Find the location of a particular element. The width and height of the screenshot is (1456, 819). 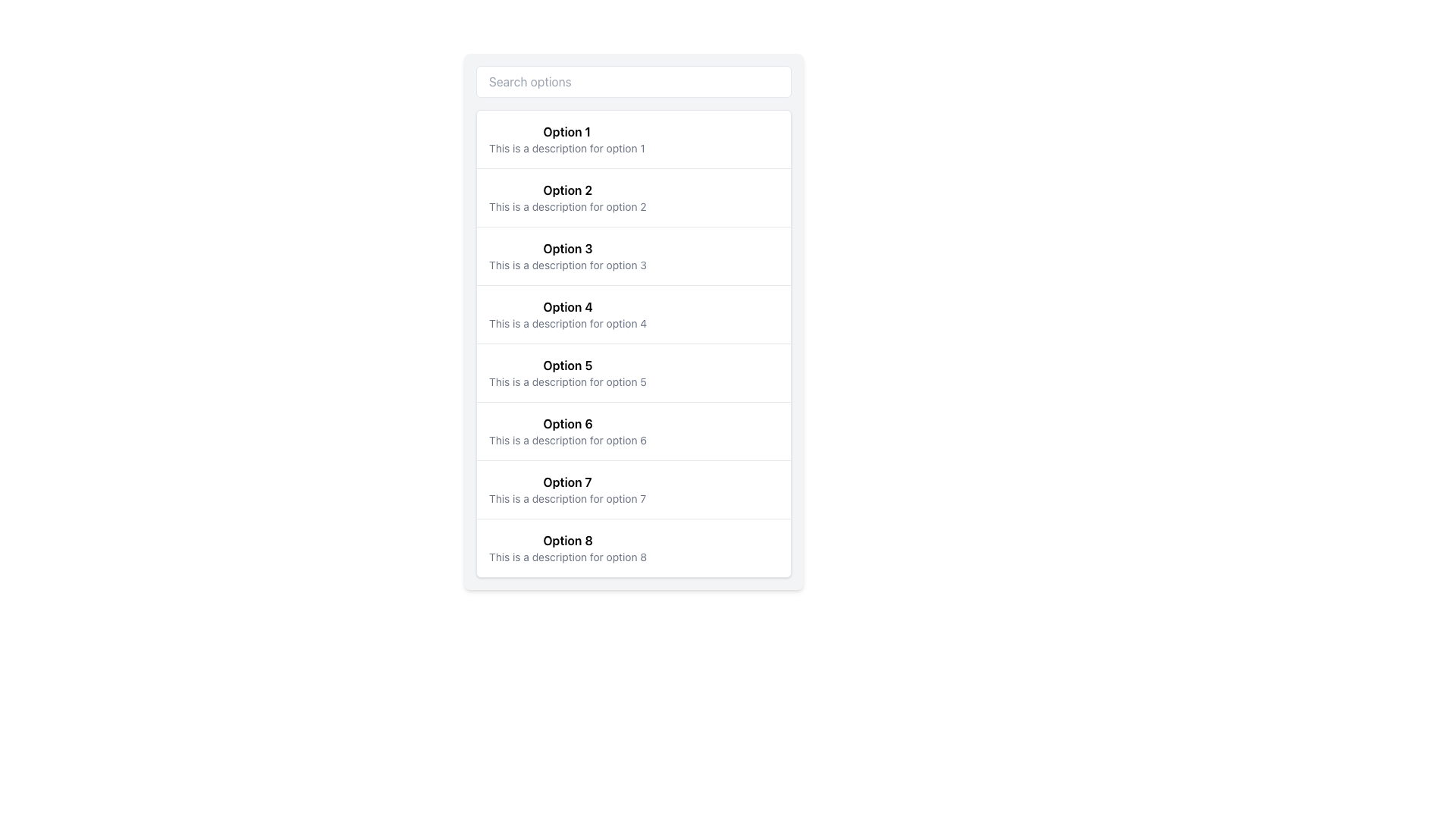

the text element styled in a smaller grey font that reads 'This is a description for option 7', located underneath the bold title 'Option 7' is located at coordinates (566, 499).